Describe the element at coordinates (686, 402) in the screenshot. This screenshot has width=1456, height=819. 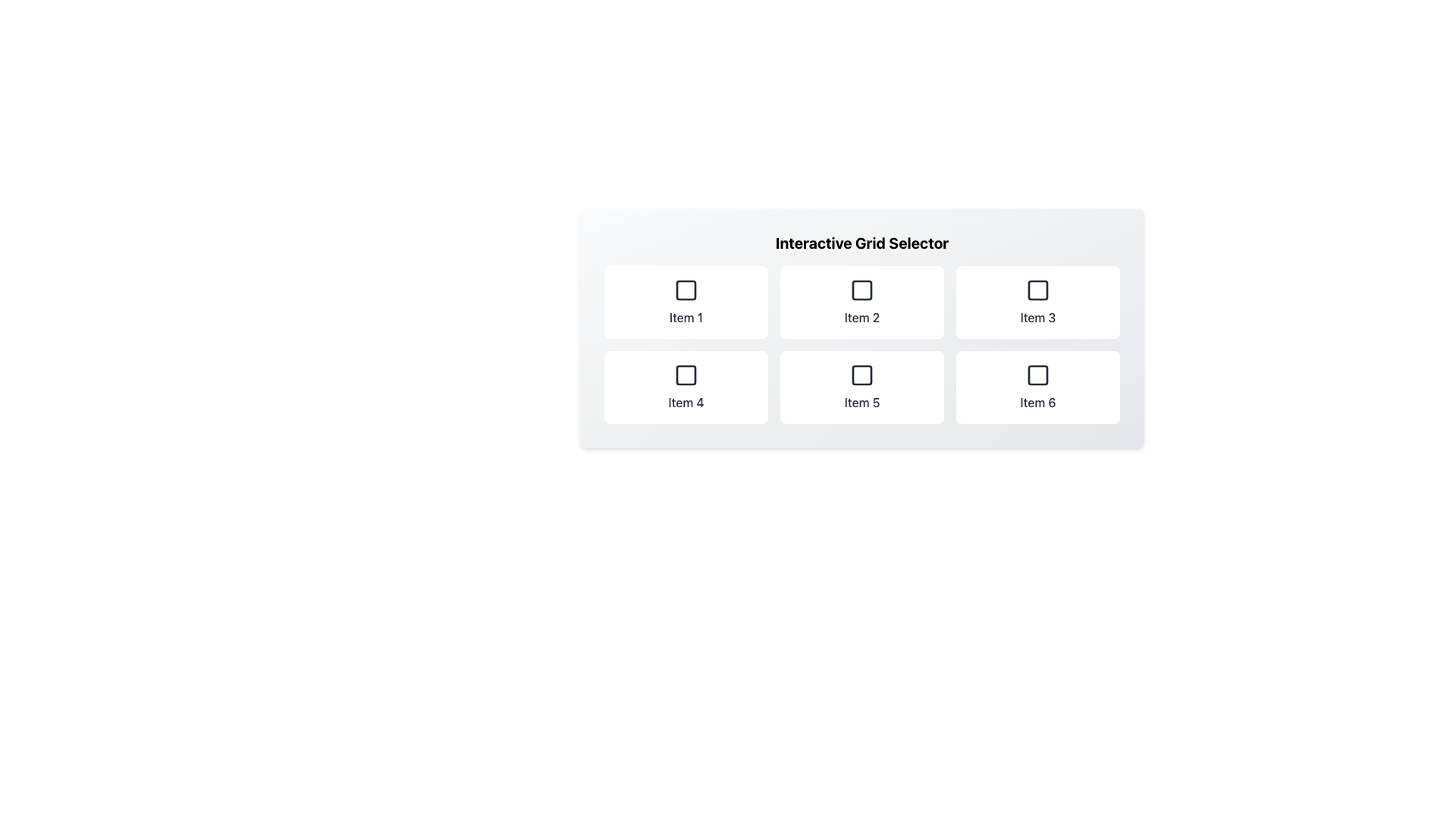
I see `the text label reading 'Item 4' located in the second row, first column of the grid layout for potential selection` at that location.